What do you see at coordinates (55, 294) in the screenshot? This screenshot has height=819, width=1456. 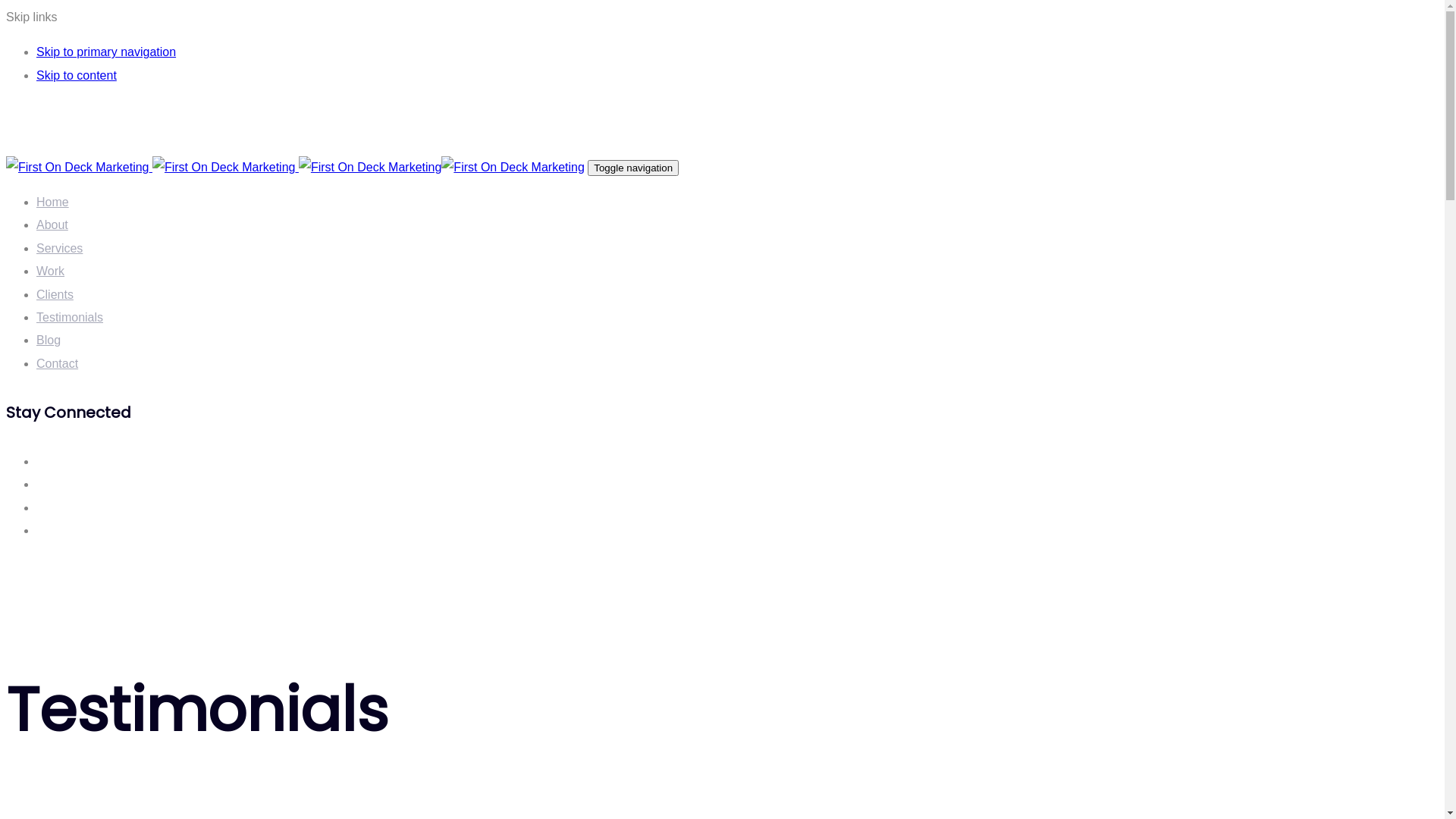 I see `'Clients'` at bounding box center [55, 294].